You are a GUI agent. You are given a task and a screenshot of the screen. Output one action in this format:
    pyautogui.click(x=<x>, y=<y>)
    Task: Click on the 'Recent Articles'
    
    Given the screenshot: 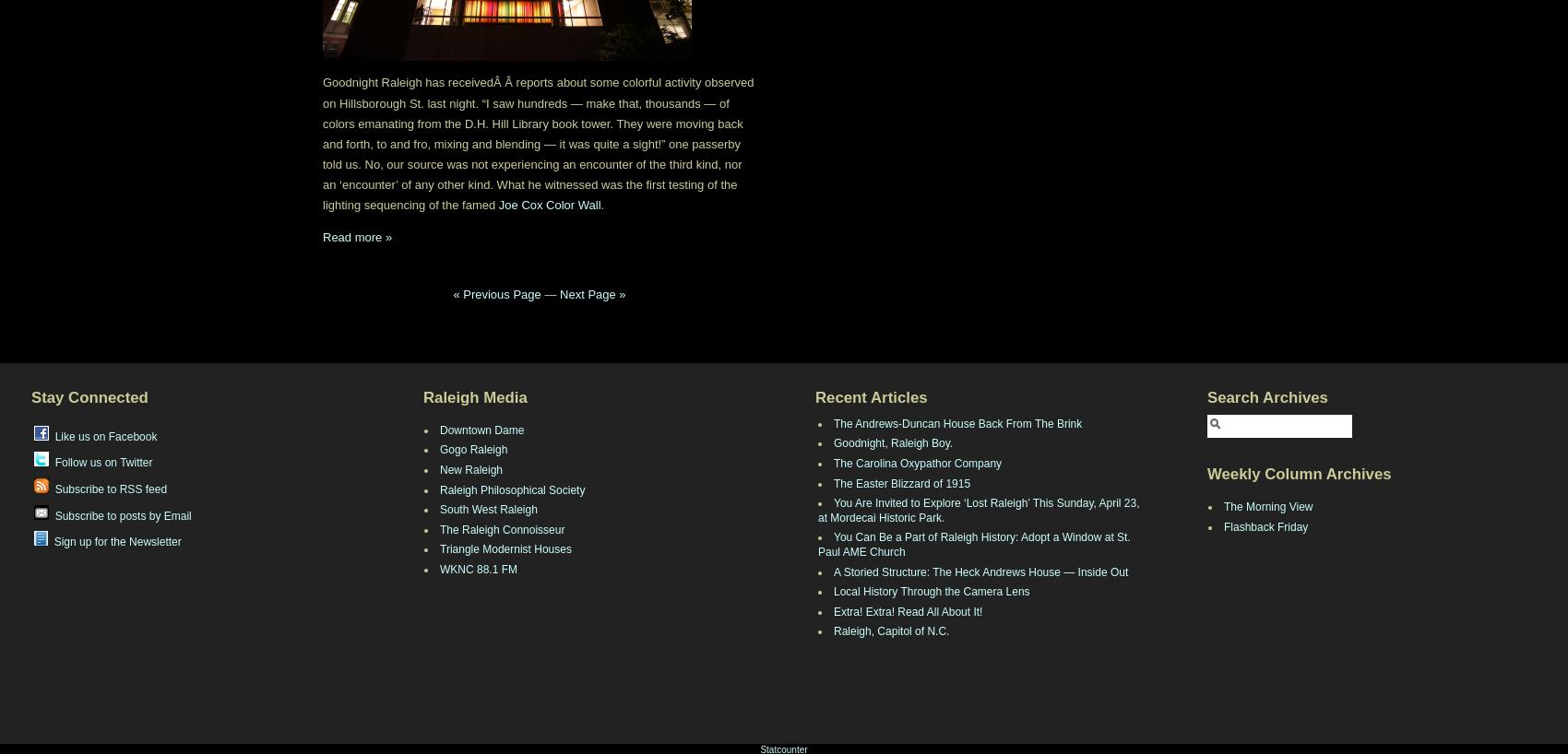 What is the action you would take?
    pyautogui.click(x=871, y=396)
    